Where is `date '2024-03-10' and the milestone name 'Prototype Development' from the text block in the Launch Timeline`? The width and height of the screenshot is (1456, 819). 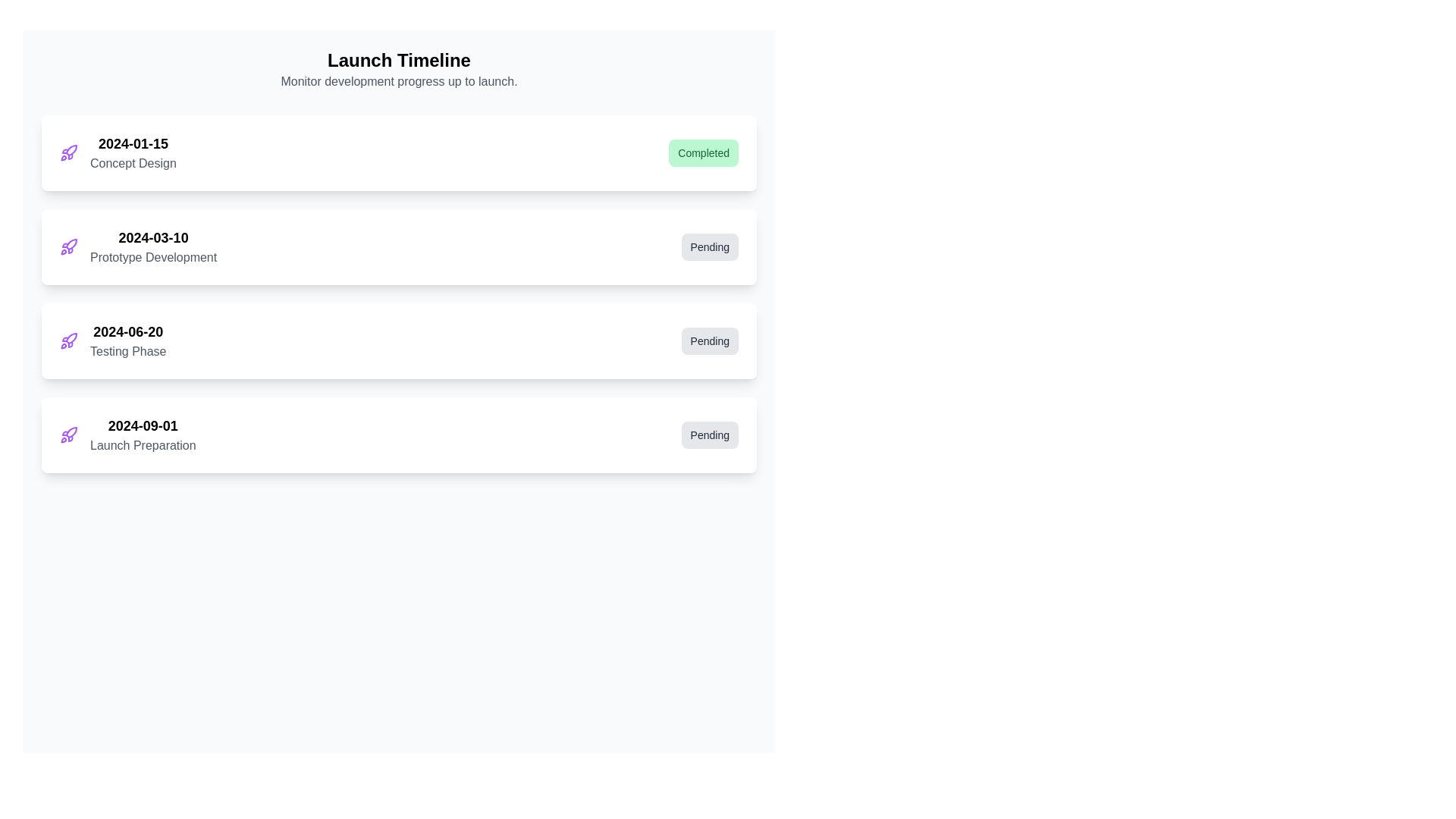 date '2024-03-10' and the milestone name 'Prototype Development' from the text block in the Launch Timeline is located at coordinates (153, 246).